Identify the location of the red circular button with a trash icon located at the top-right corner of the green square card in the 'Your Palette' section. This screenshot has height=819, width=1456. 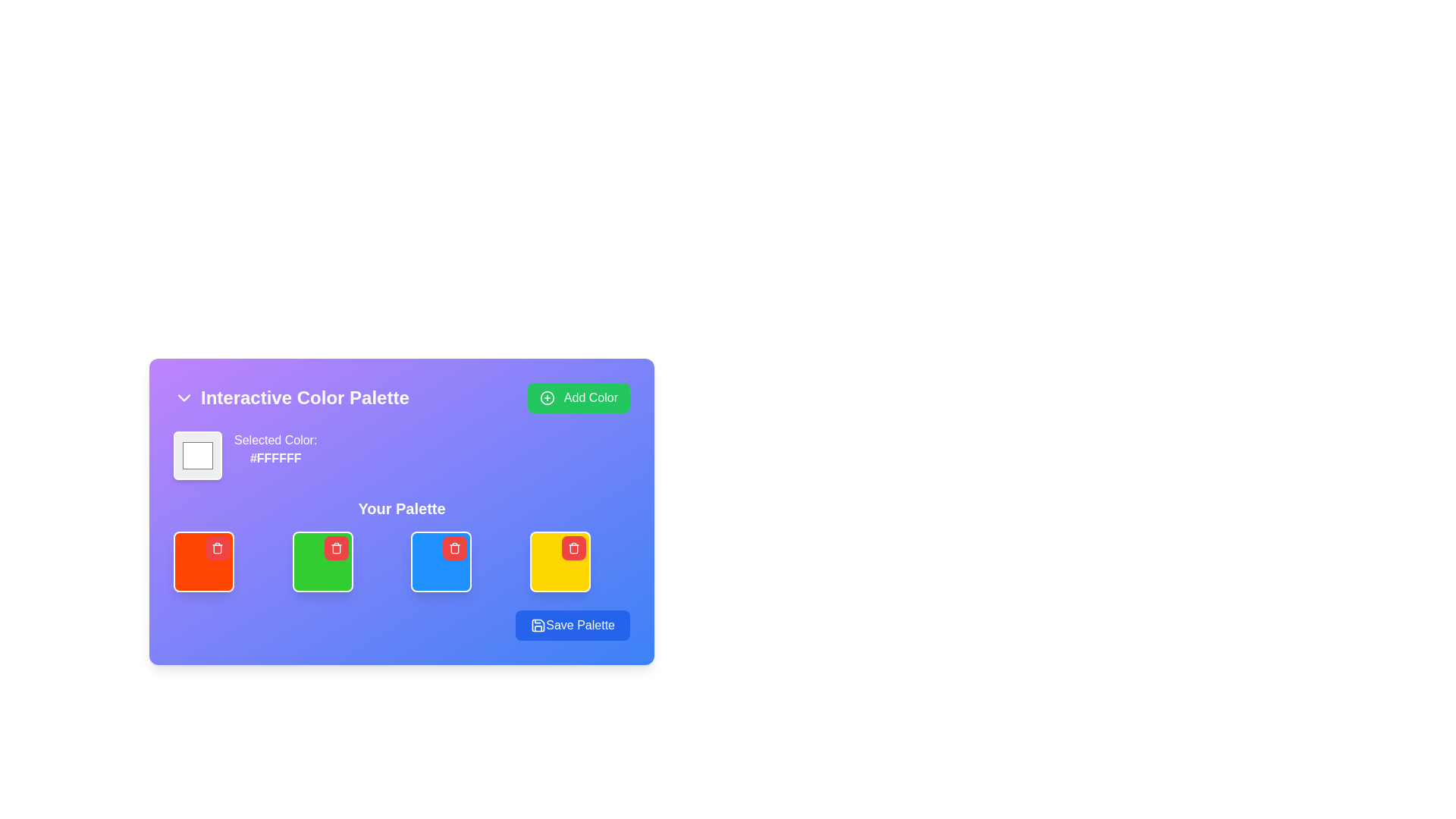
(335, 548).